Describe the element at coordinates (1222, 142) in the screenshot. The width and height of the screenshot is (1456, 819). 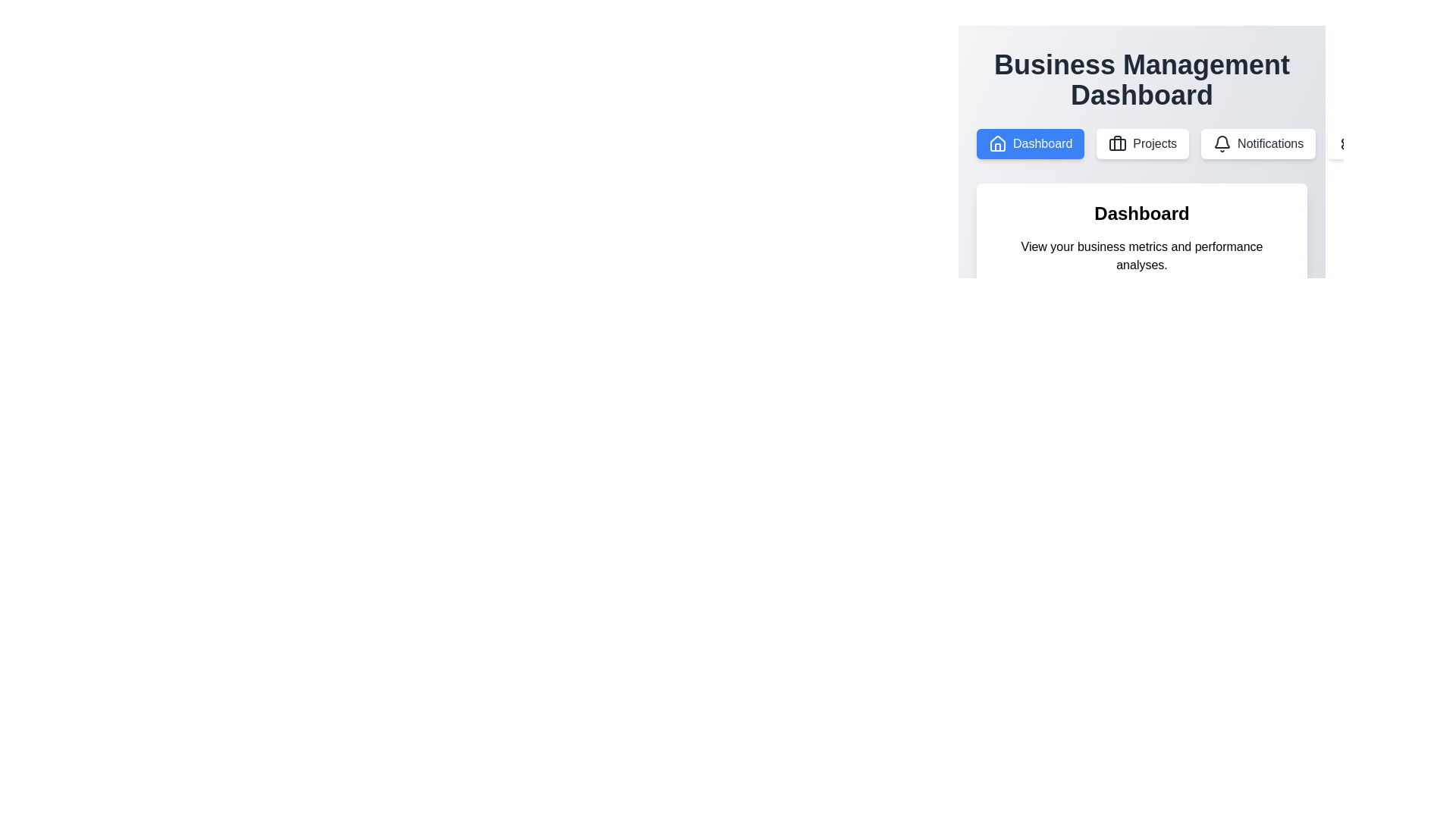
I see `the main body of the notification bell icon, which is part of the 'Notifications' button` at that location.